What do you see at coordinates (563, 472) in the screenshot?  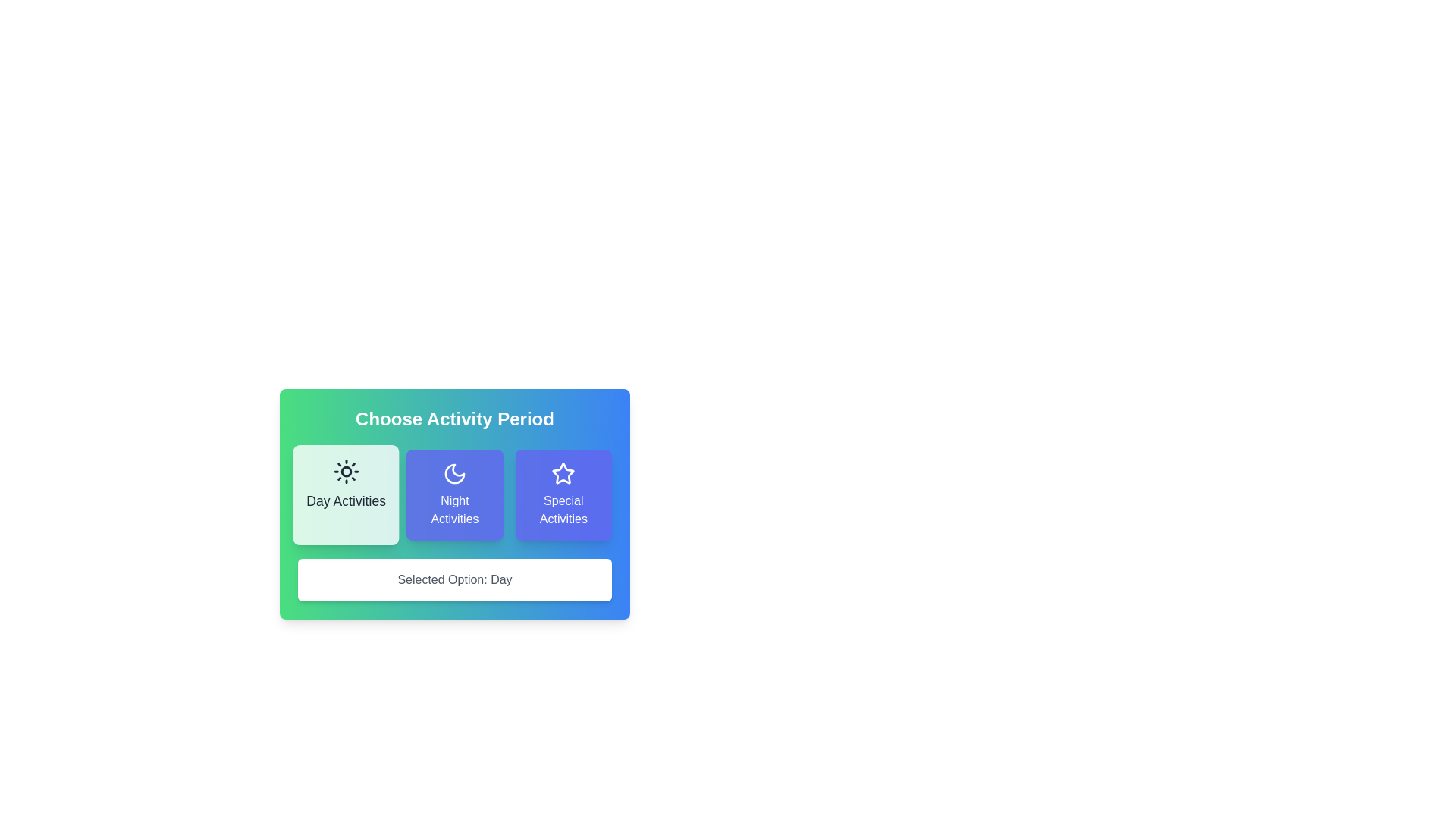 I see `the decorative icon associated with the 'Special Activities' button, which is the third button in the row of three options` at bounding box center [563, 472].